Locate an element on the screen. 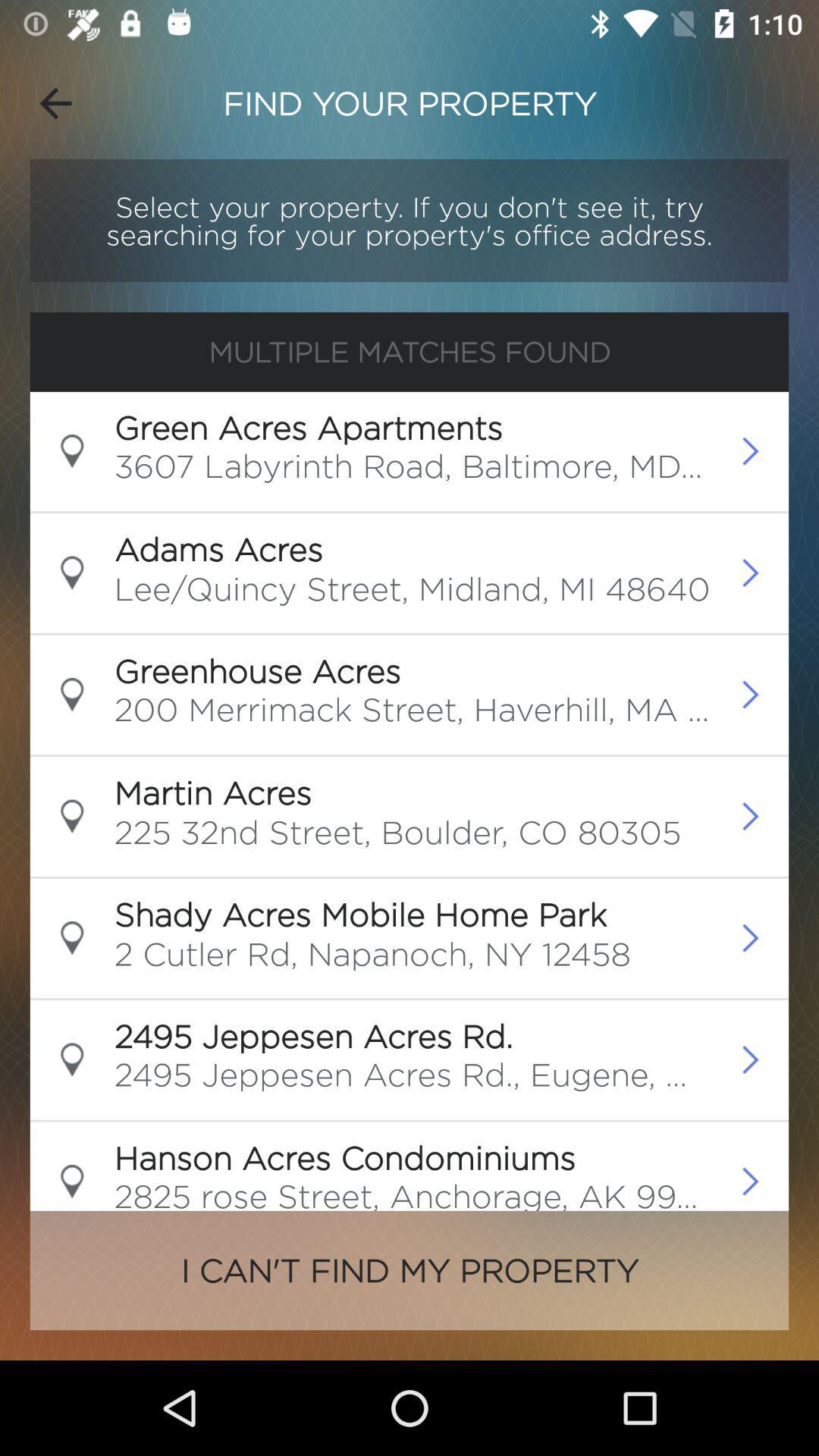  the icon above 2 cutler rd icon is located at coordinates (360, 913).